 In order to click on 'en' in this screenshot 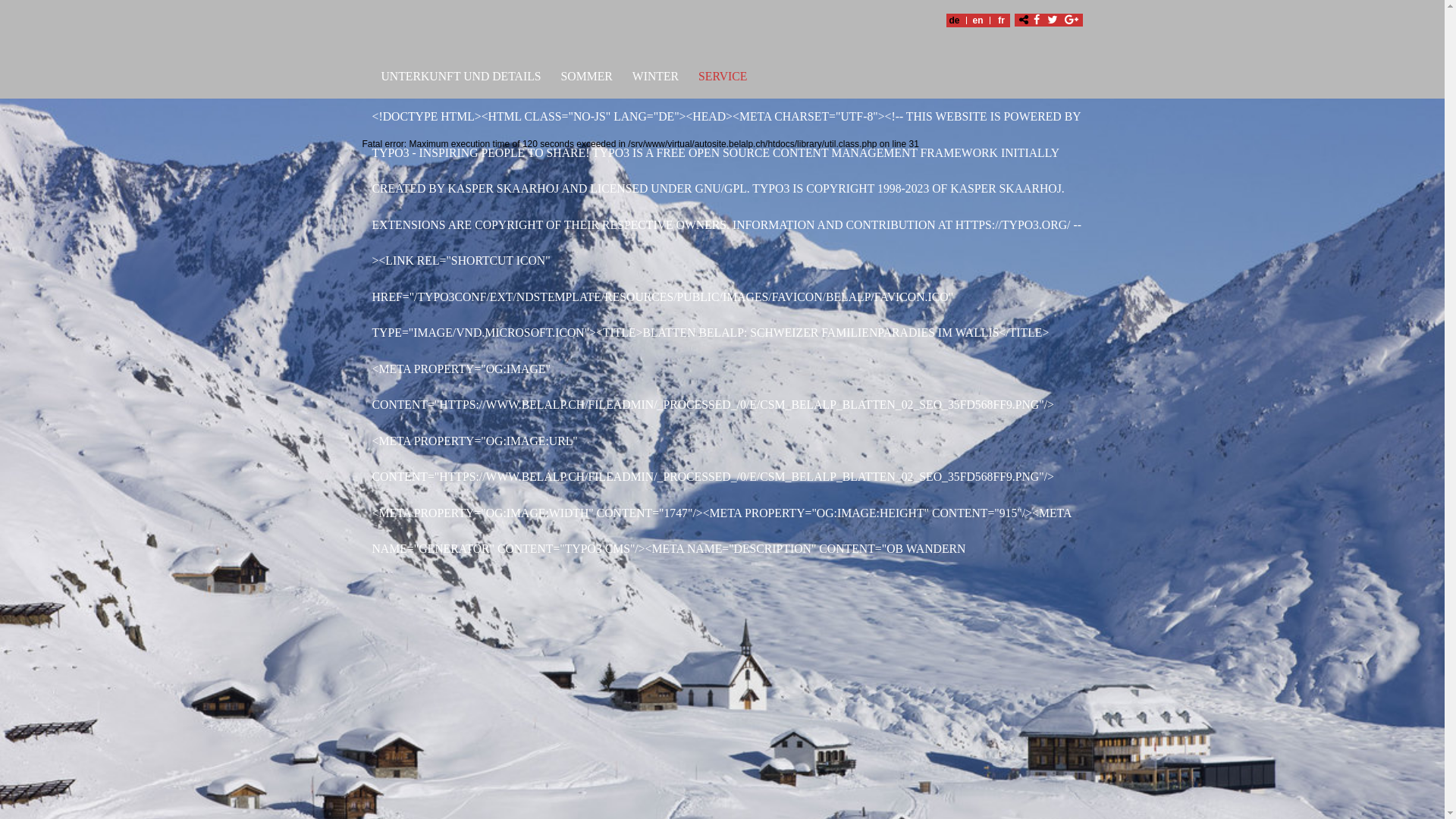, I will do `click(977, 20)`.